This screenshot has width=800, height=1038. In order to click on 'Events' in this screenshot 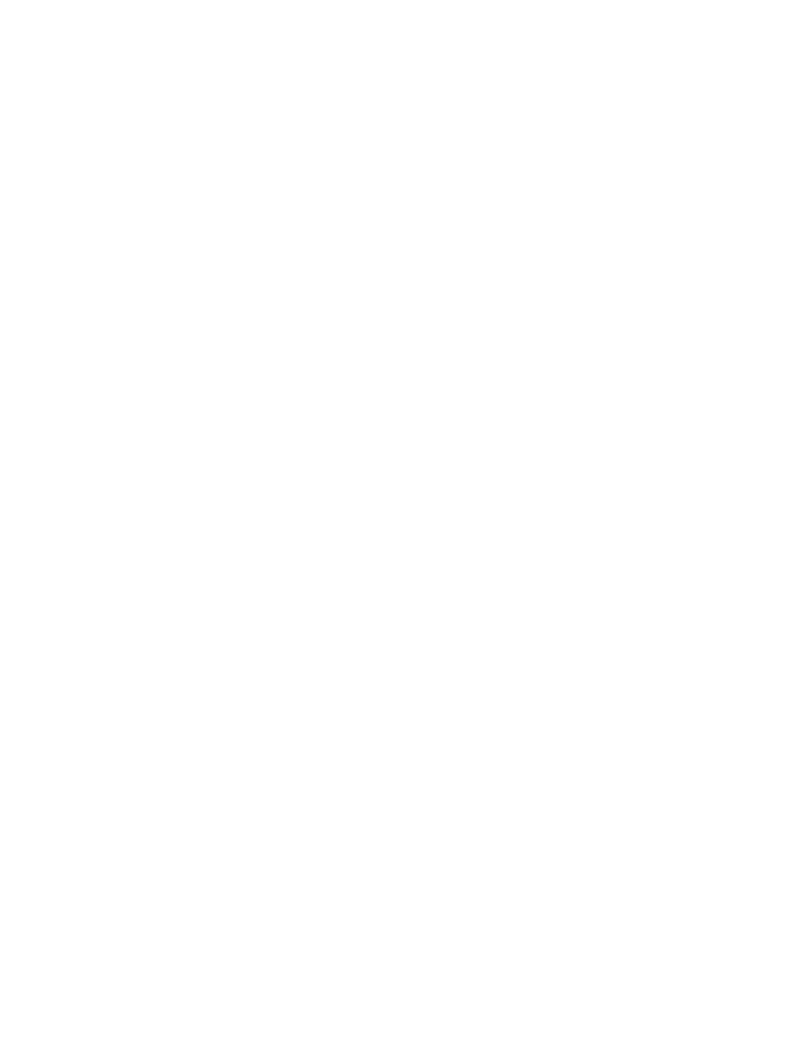, I will do `click(183, 285)`.